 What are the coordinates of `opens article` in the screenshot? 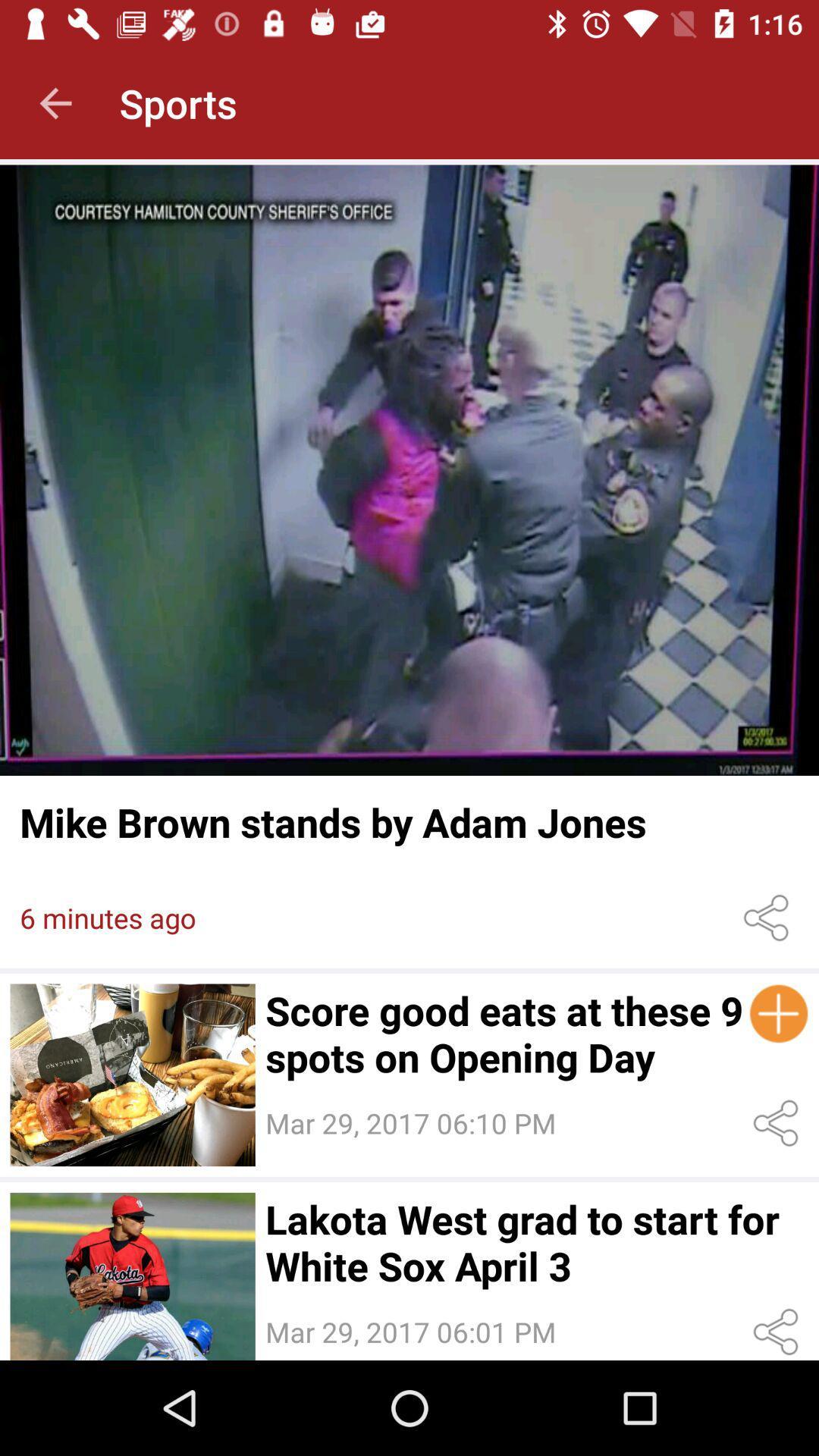 It's located at (132, 1074).